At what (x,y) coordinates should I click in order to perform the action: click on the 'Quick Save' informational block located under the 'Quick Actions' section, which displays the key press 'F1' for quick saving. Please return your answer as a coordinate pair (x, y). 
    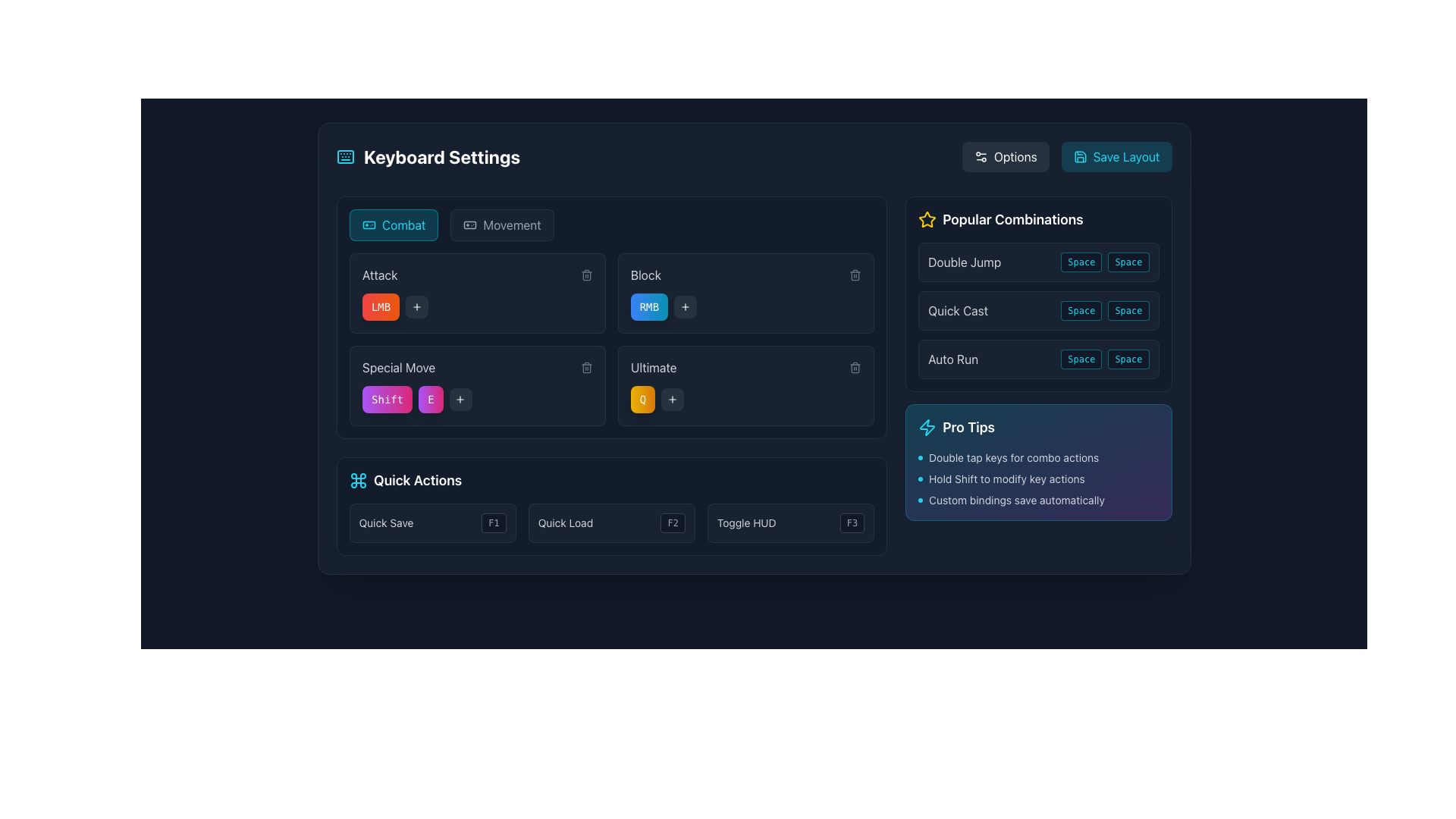
    Looking at the image, I should click on (431, 522).